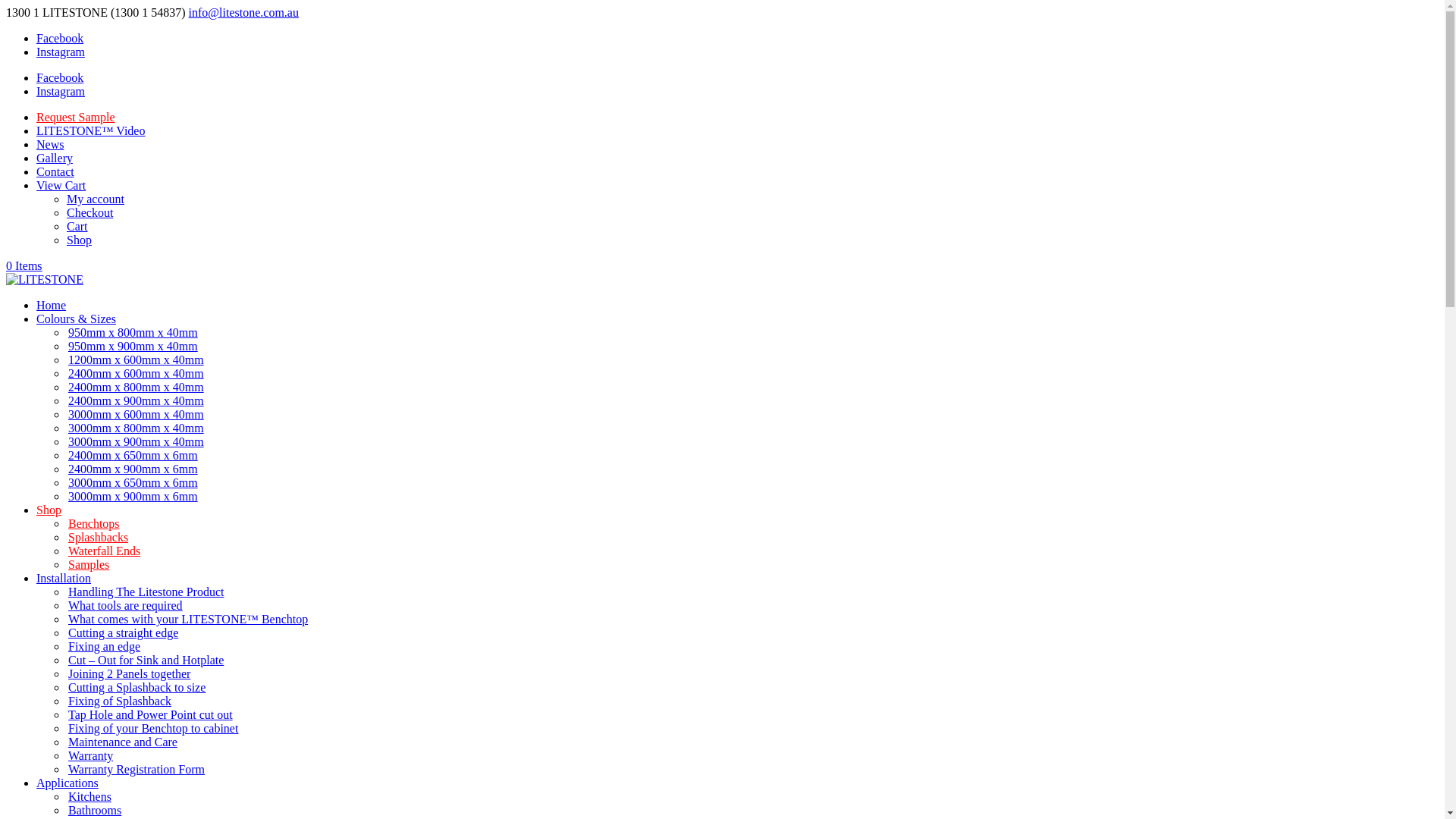  Describe the element at coordinates (136, 687) in the screenshot. I see `'Cutting a Splashback to size'` at that location.